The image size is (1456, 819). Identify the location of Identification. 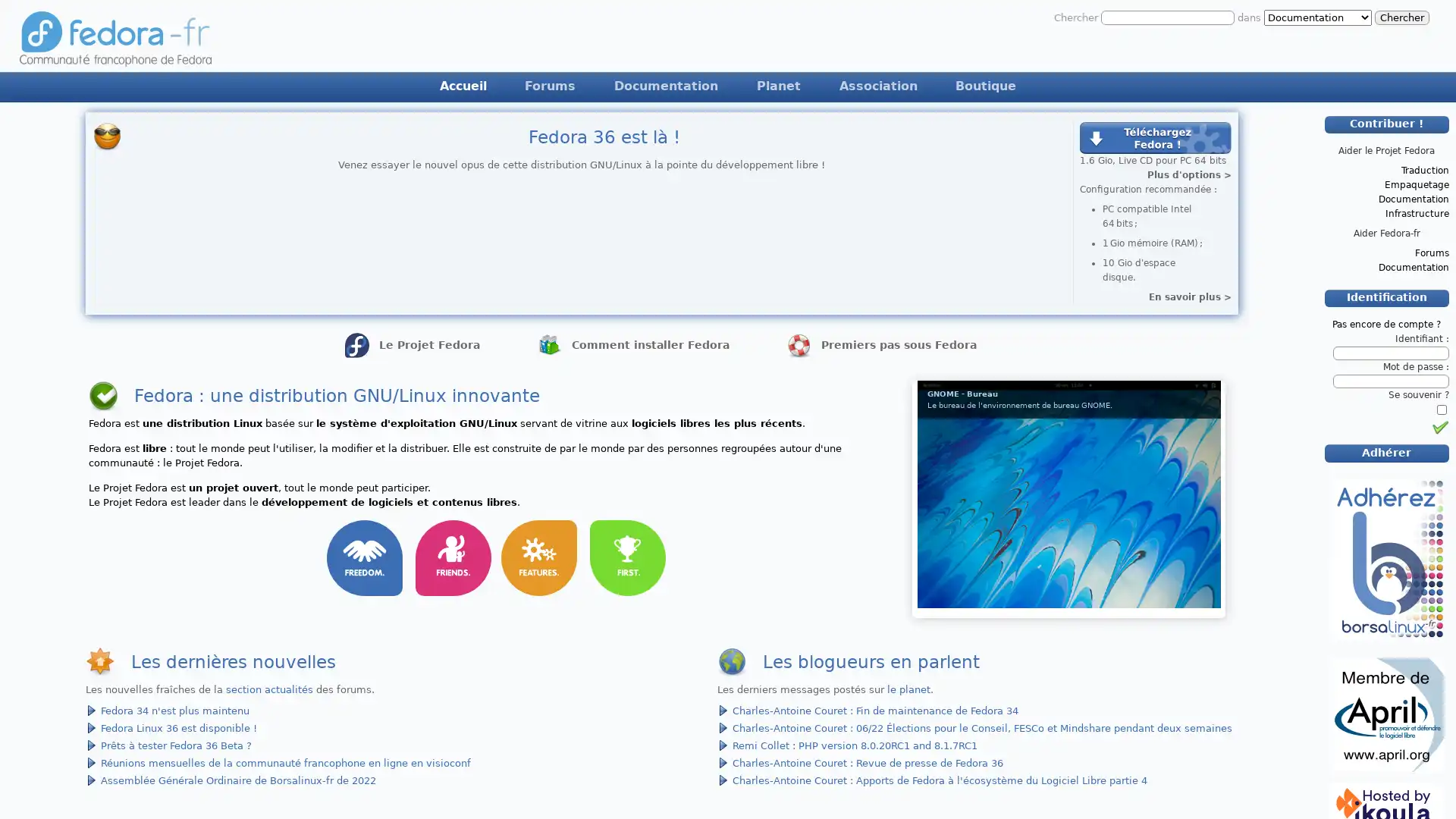
(1438, 427).